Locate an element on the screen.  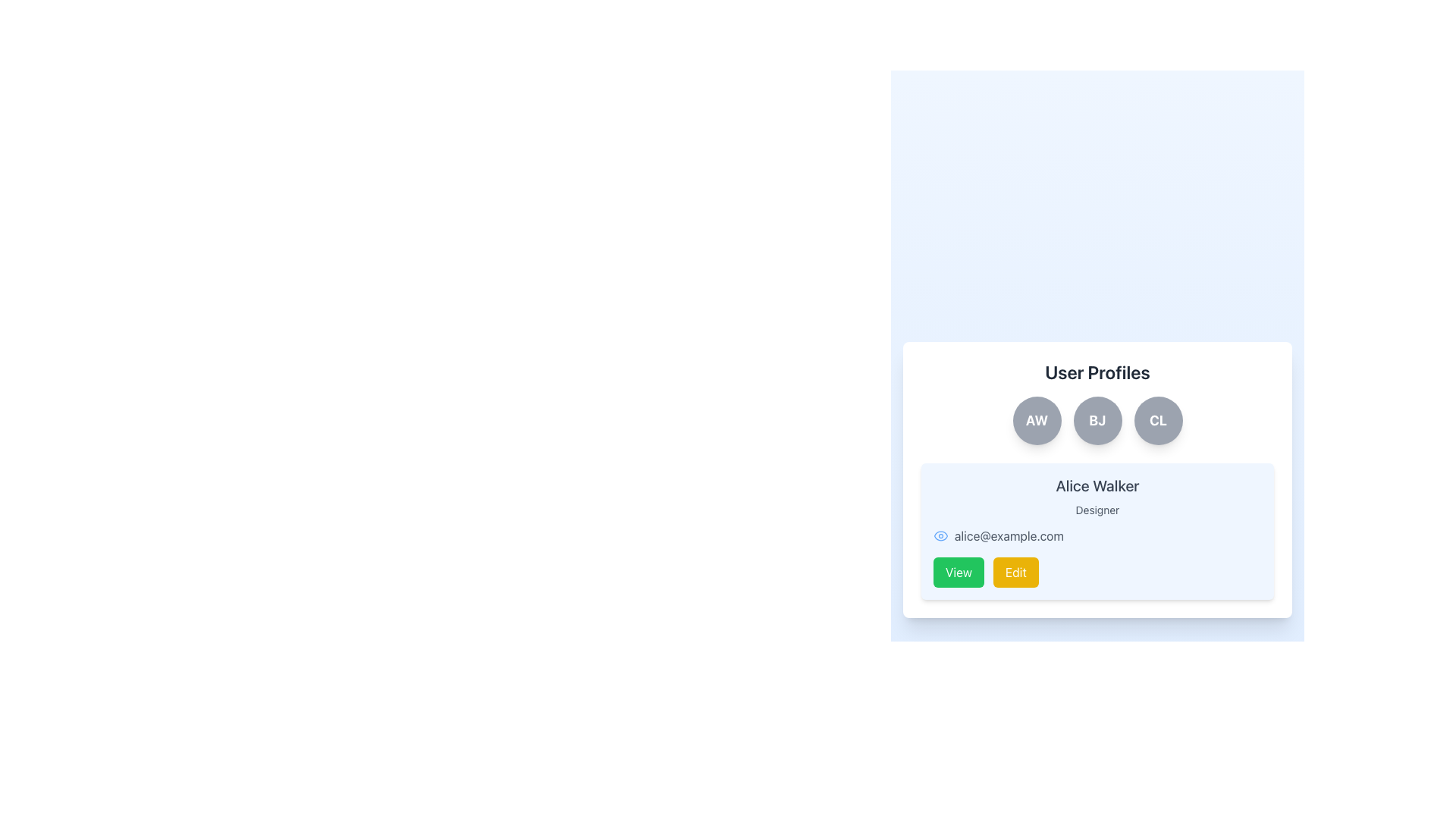
the third circular button representing user profiles, located beneath the 'User Profiles' header is located at coordinates (1157, 421).